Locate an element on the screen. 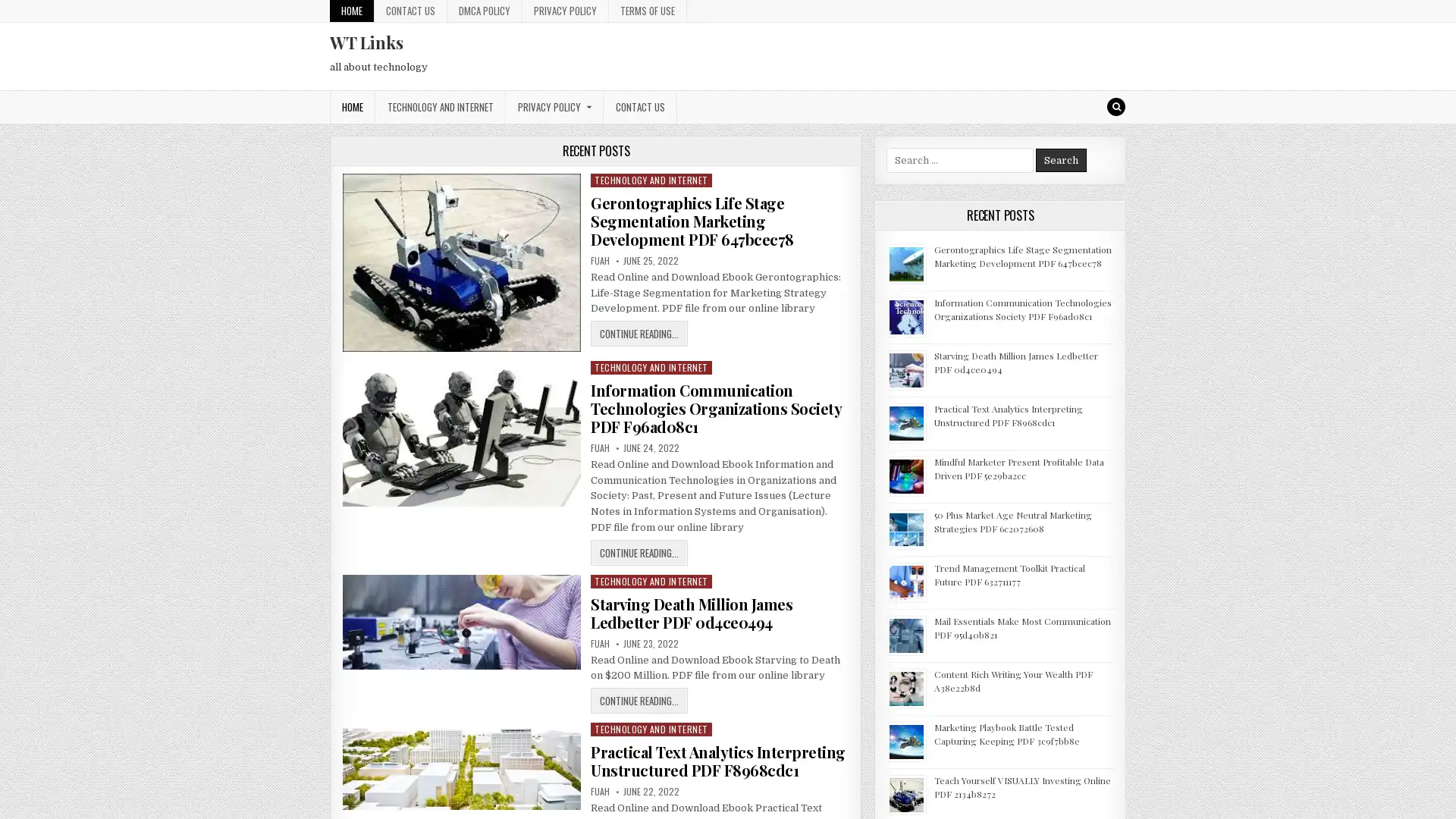  Search is located at coordinates (1060, 160).